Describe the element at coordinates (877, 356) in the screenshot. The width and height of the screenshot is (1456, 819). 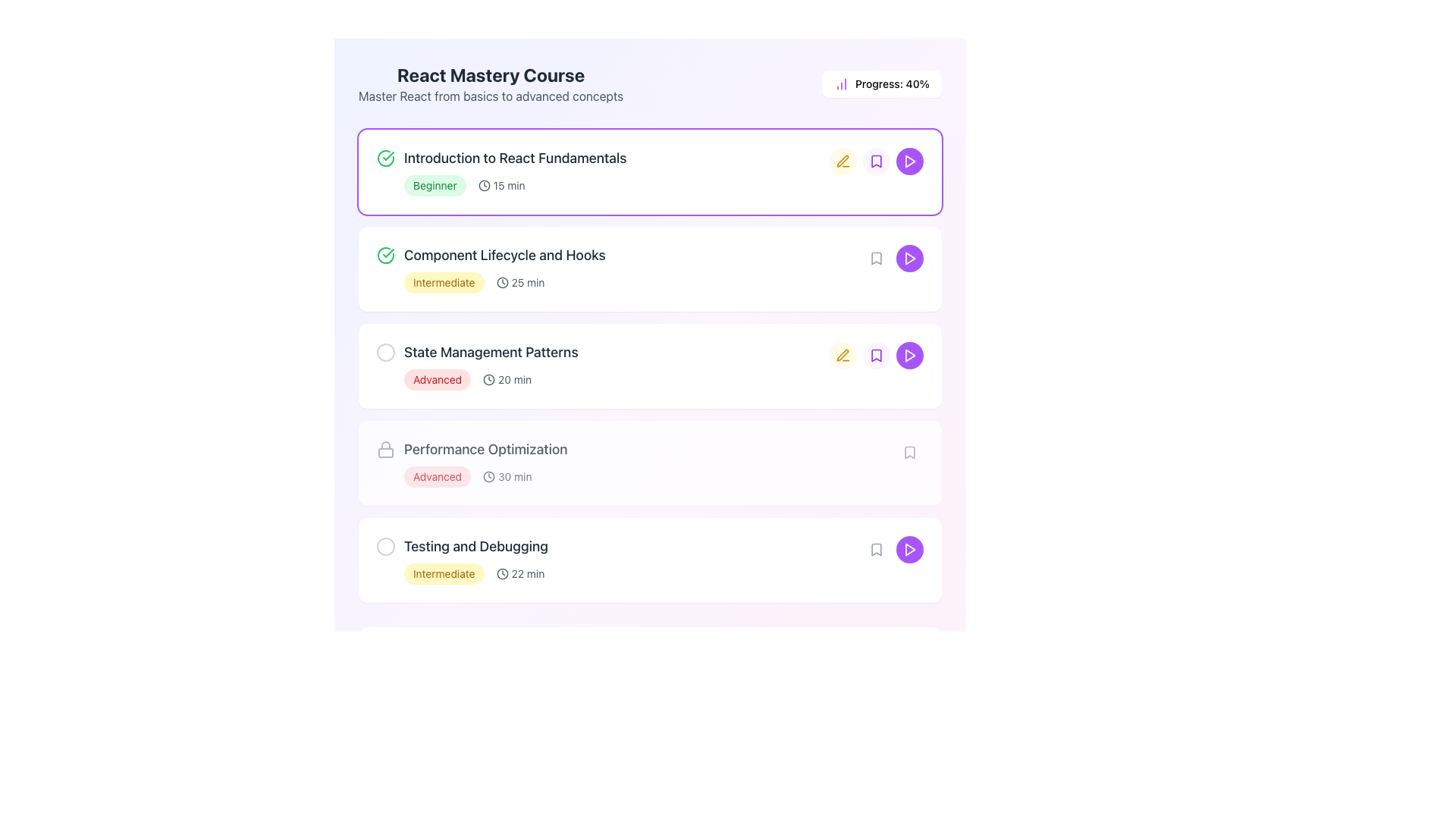
I see `the circular purple button with a white bookmark icon, which is the second button from the right in a horizontal group of three buttons located to the right of the 'State Management Patterns' title` at that location.